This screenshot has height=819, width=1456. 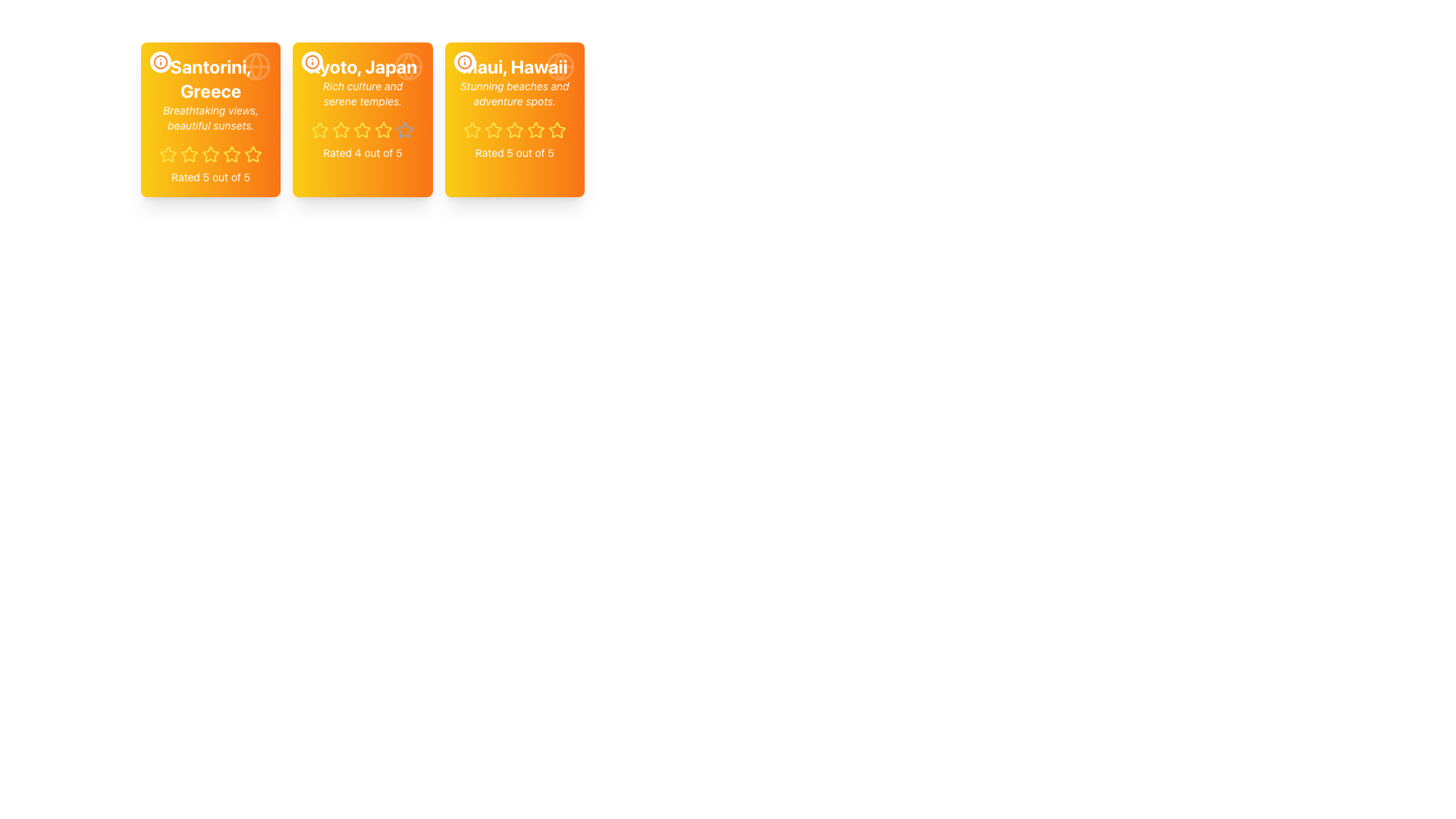 I want to click on larger enclosing circle of the Information icon within the SVG graphic on the third card labeled 'Maui, Hawaii', so click(x=463, y=61).